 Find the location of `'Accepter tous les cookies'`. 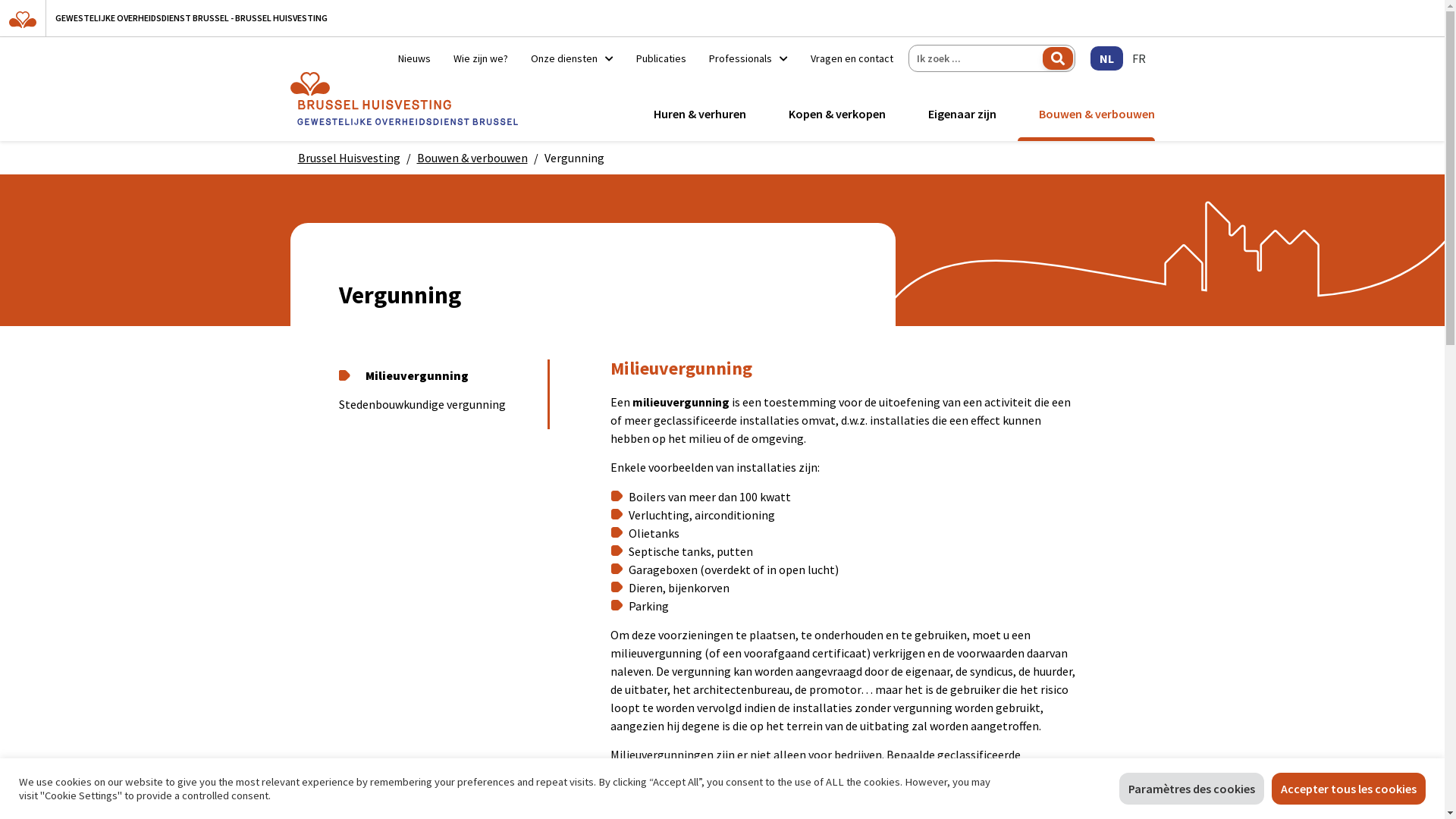

'Accepter tous les cookies' is located at coordinates (1348, 788).